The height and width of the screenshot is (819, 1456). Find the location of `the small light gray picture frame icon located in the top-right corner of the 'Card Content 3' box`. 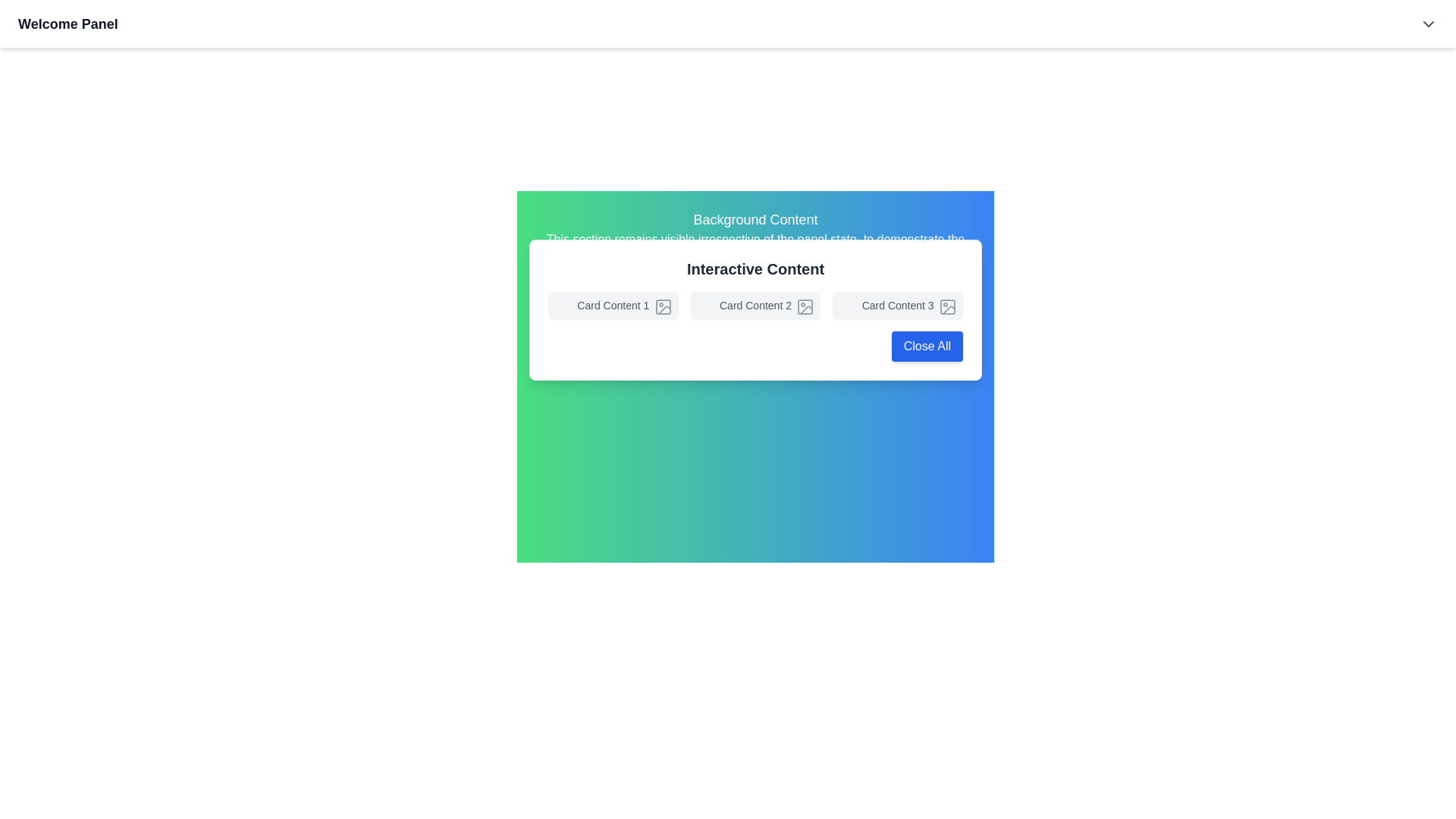

the small light gray picture frame icon located in the top-right corner of the 'Card Content 3' box is located at coordinates (946, 307).